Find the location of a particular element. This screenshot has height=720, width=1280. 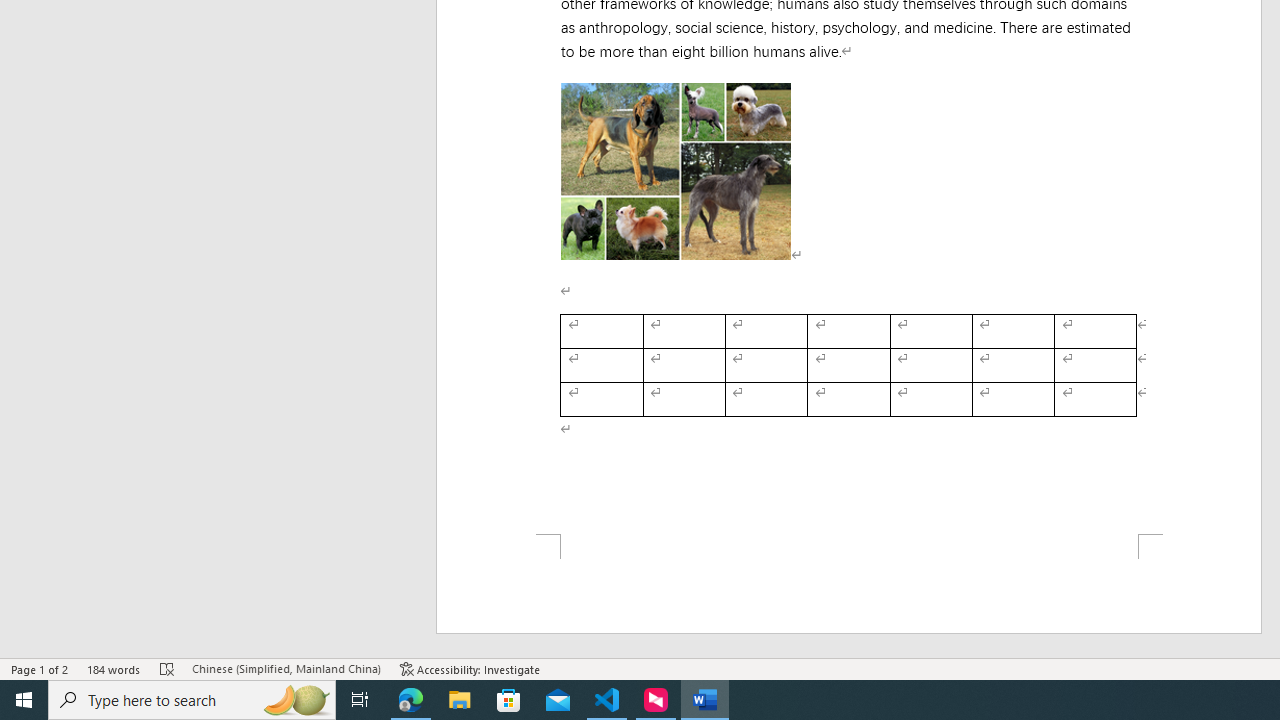

'Page Number Page 1 of 2' is located at coordinates (40, 669).